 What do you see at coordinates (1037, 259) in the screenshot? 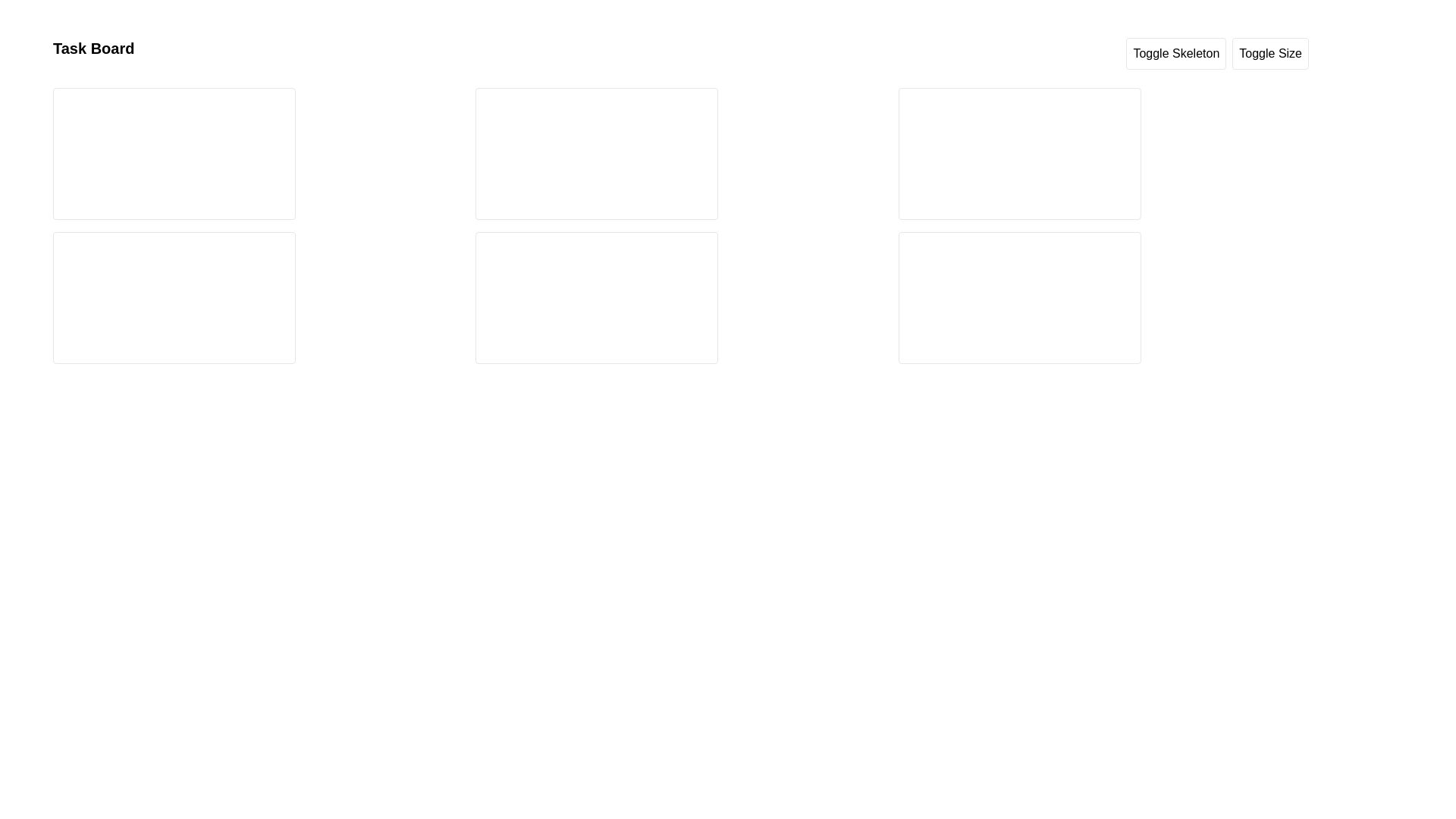
I see `the loading animation of the skeleton loader, which is the second box-shaped placeholder located in the bottom-right quadrant of the interface` at bounding box center [1037, 259].